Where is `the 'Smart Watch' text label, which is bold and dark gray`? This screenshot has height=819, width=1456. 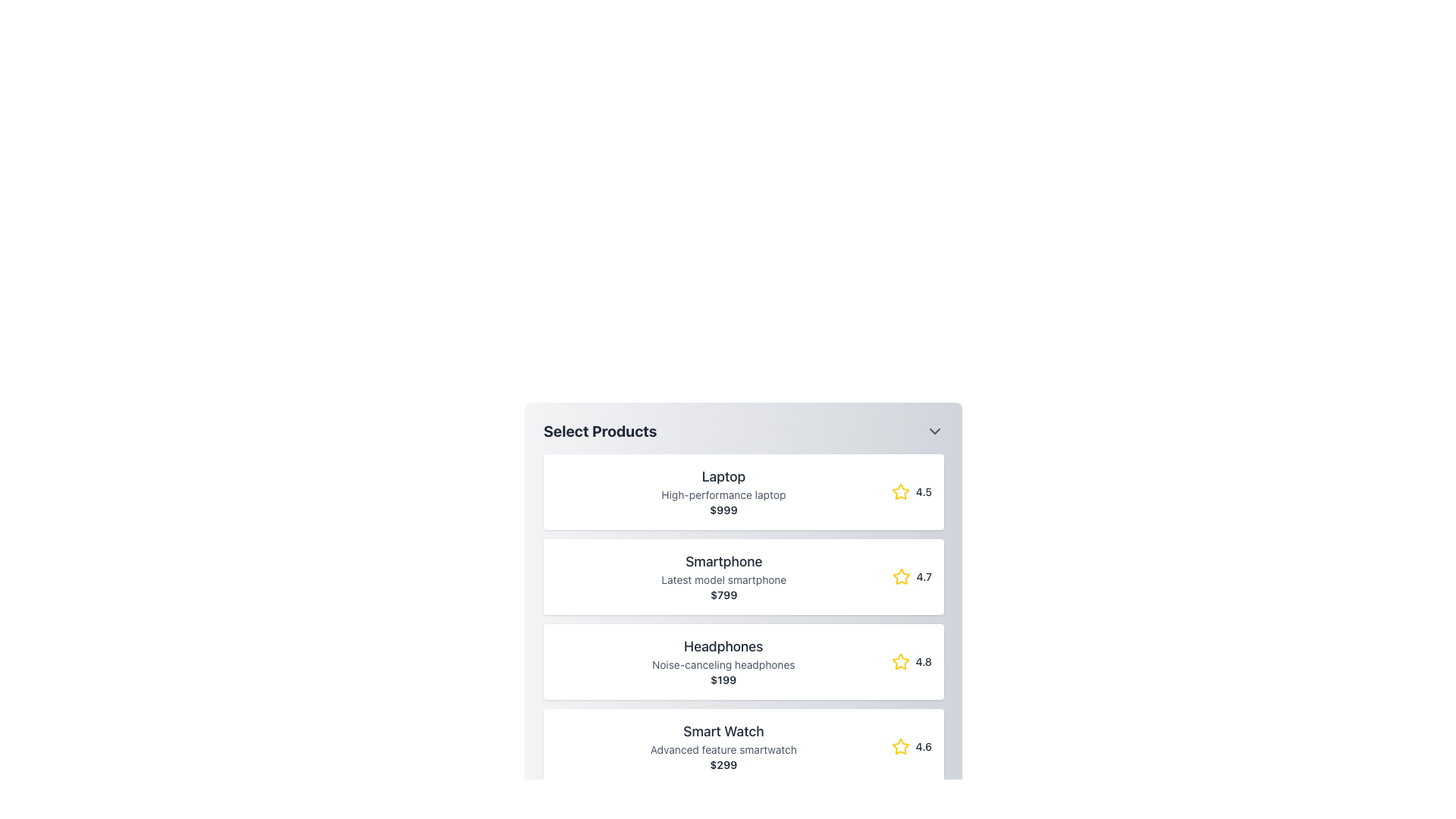 the 'Smart Watch' text label, which is bold and dark gray is located at coordinates (723, 730).